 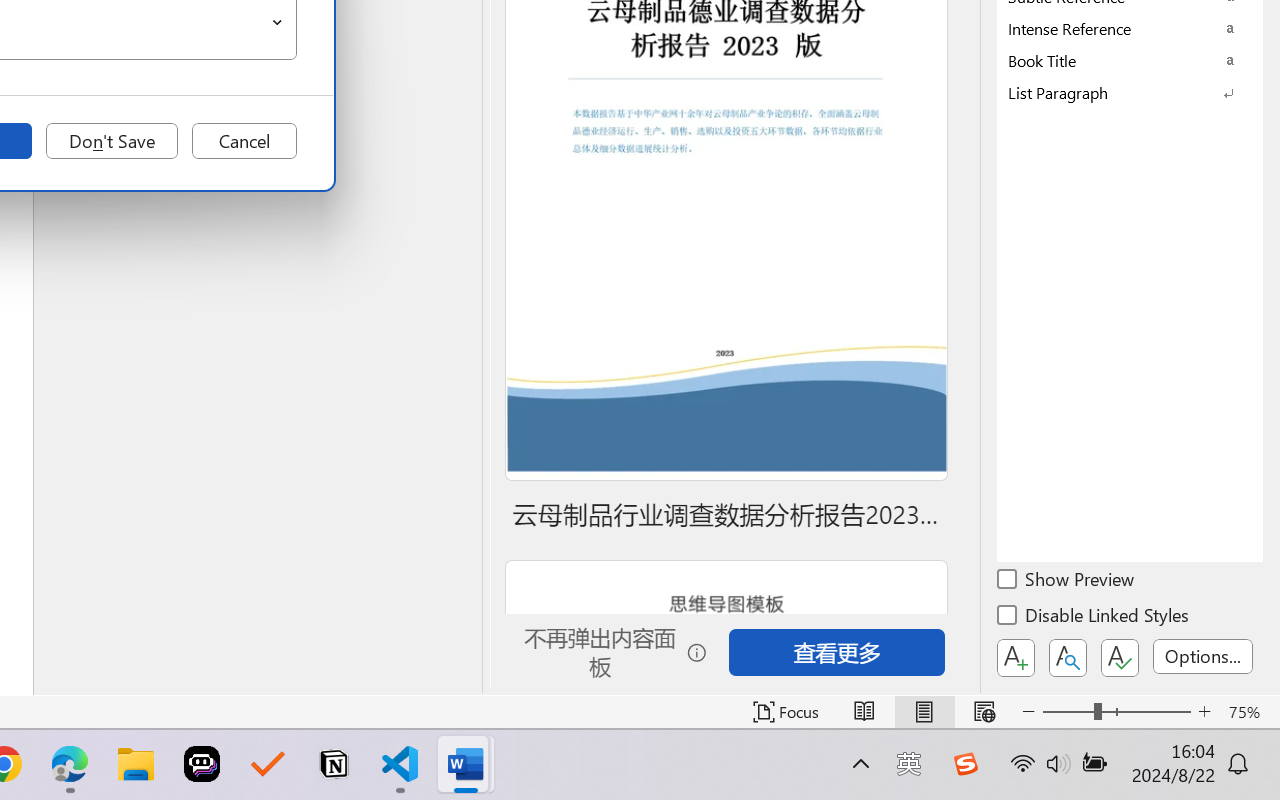 I want to click on 'Disable Linked Styles', so click(x=1094, y=618).